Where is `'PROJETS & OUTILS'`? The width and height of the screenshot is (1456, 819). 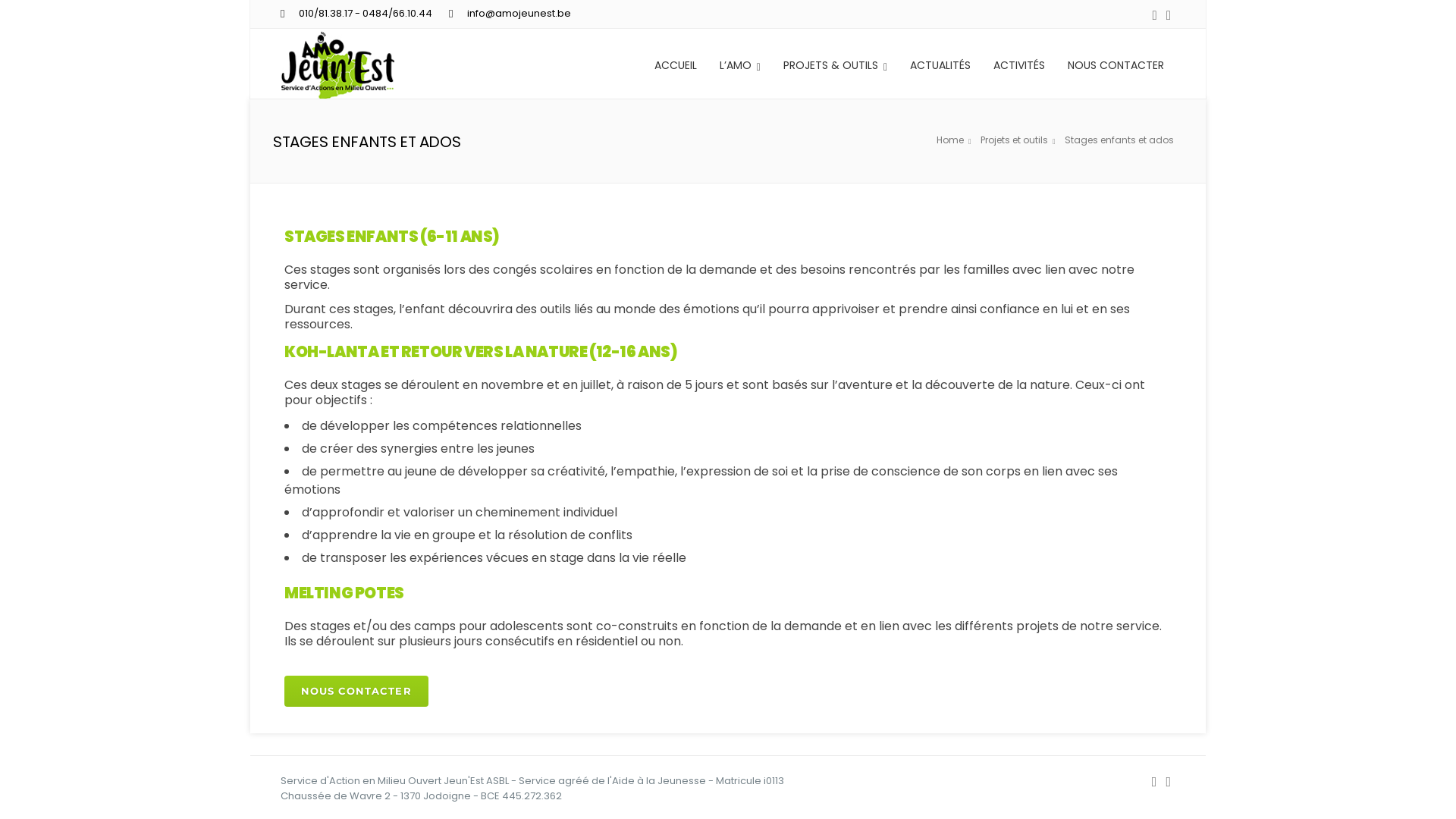
'PROJETS & OUTILS' is located at coordinates (834, 63).